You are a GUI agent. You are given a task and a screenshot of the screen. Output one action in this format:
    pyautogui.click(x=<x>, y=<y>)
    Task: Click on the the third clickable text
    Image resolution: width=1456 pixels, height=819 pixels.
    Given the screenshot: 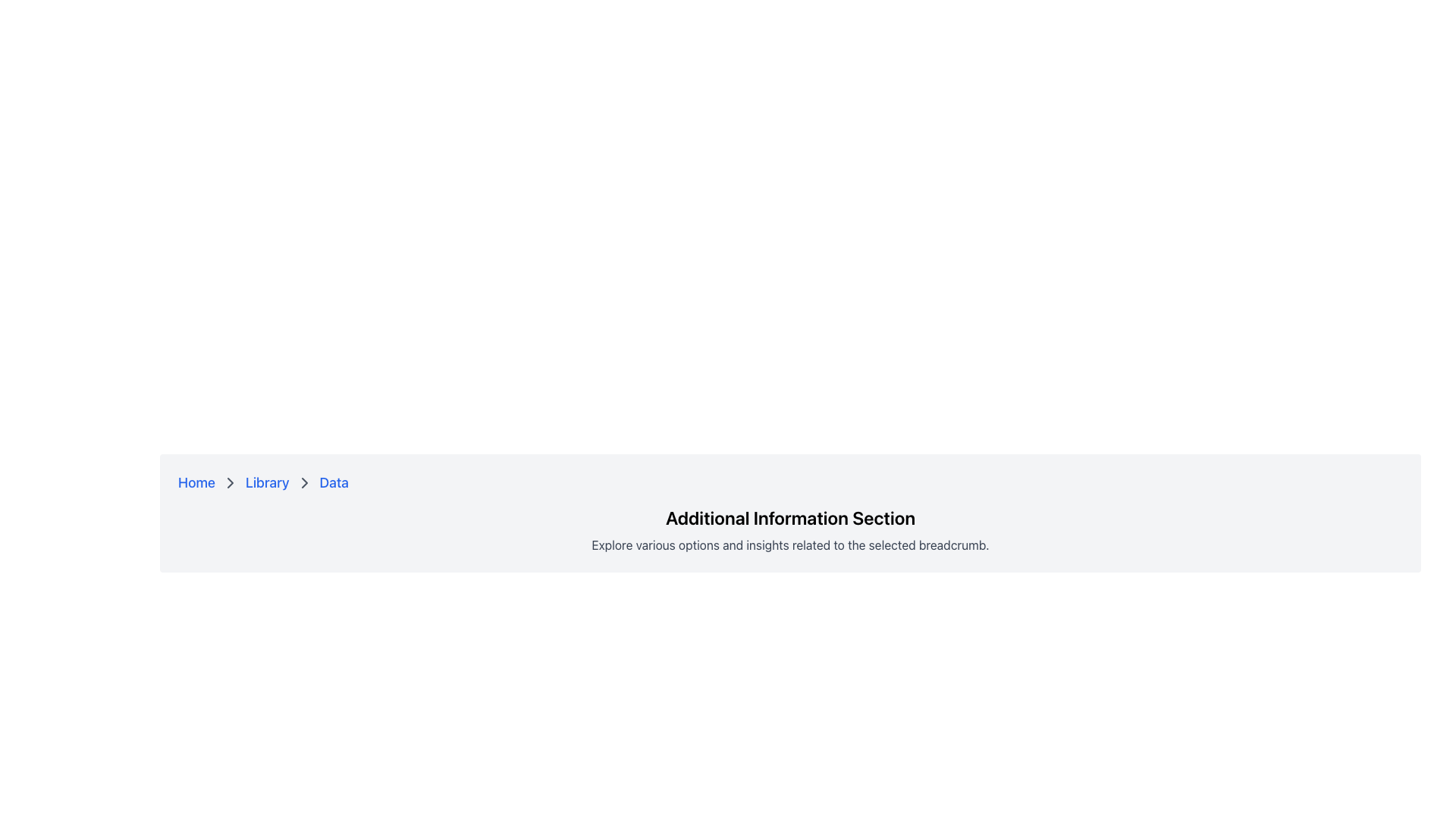 What is the action you would take?
    pyautogui.click(x=333, y=482)
    